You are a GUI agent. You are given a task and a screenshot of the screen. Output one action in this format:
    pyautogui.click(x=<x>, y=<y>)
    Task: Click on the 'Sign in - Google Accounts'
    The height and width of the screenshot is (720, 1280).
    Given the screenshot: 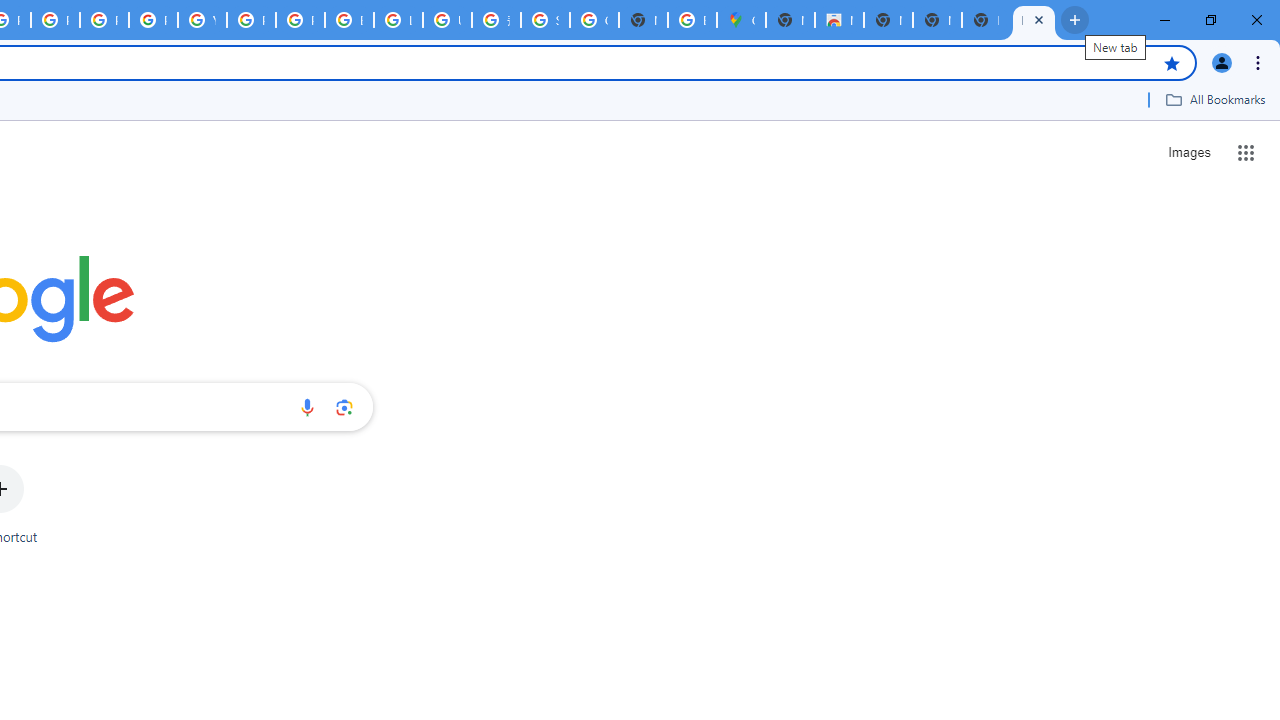 What is the action you would take?
    pyautogui.click(x=545, y=20)
    